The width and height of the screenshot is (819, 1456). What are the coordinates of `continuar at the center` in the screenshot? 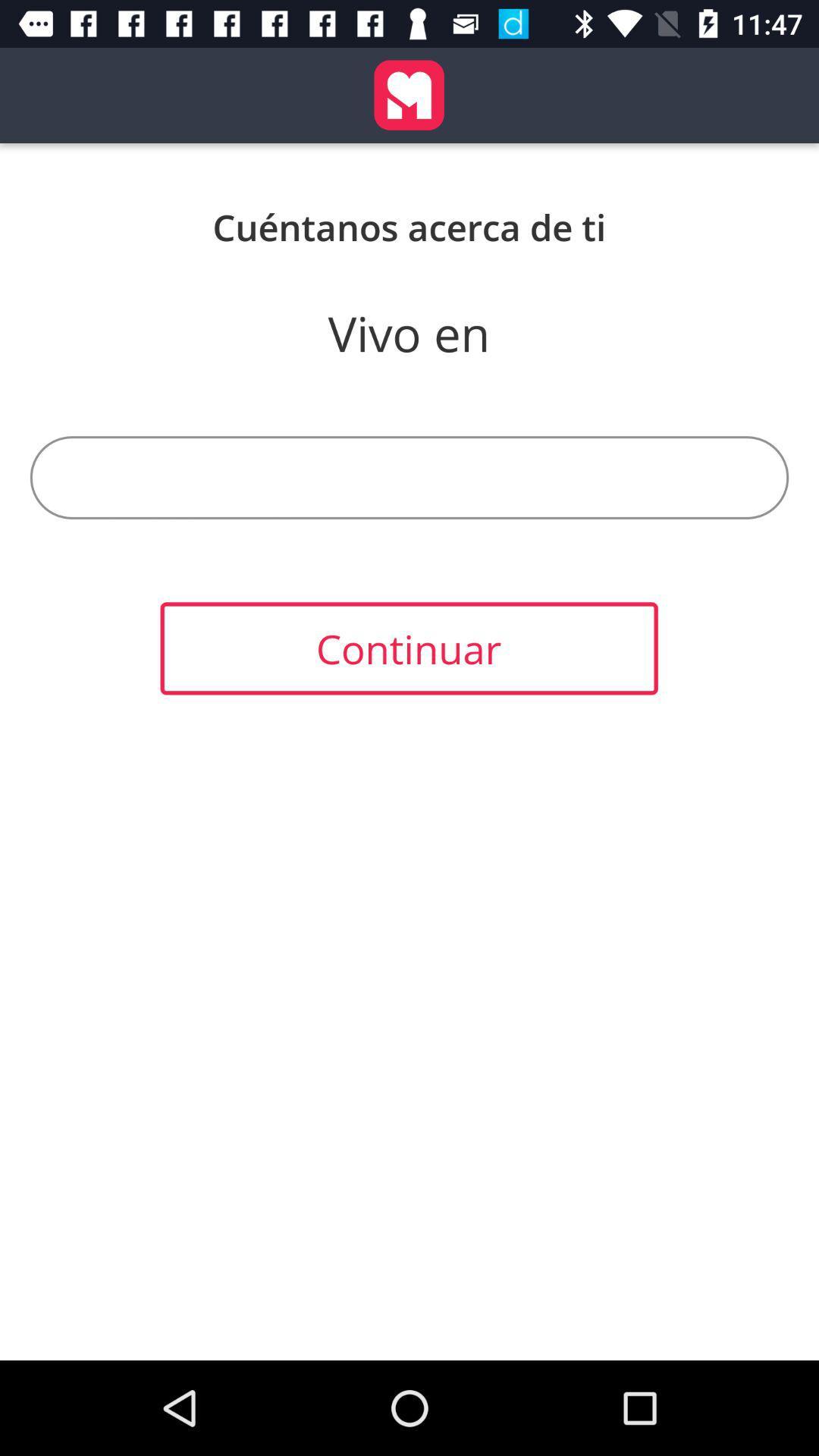 It's located at (408, 648).